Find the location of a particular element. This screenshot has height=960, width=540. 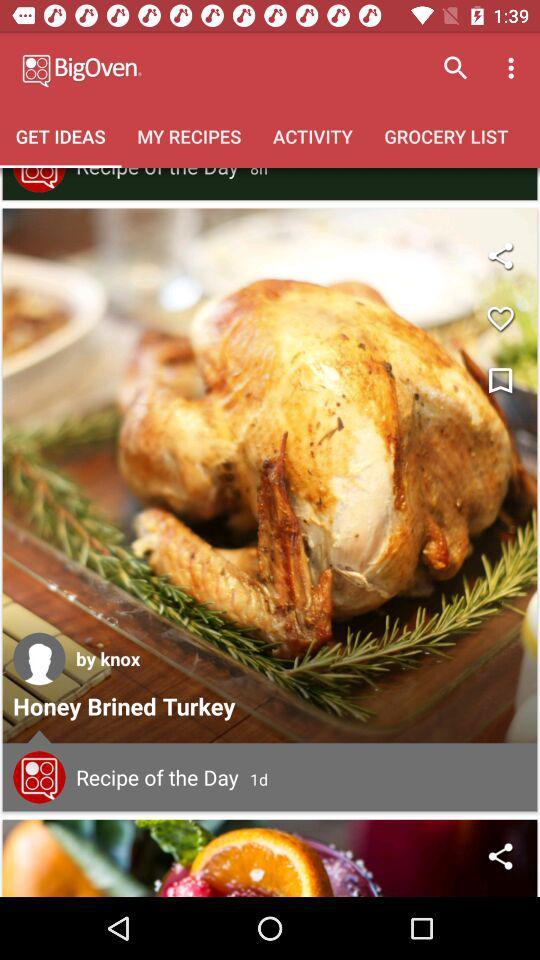

open recipe is located at coordinates (270, 475).